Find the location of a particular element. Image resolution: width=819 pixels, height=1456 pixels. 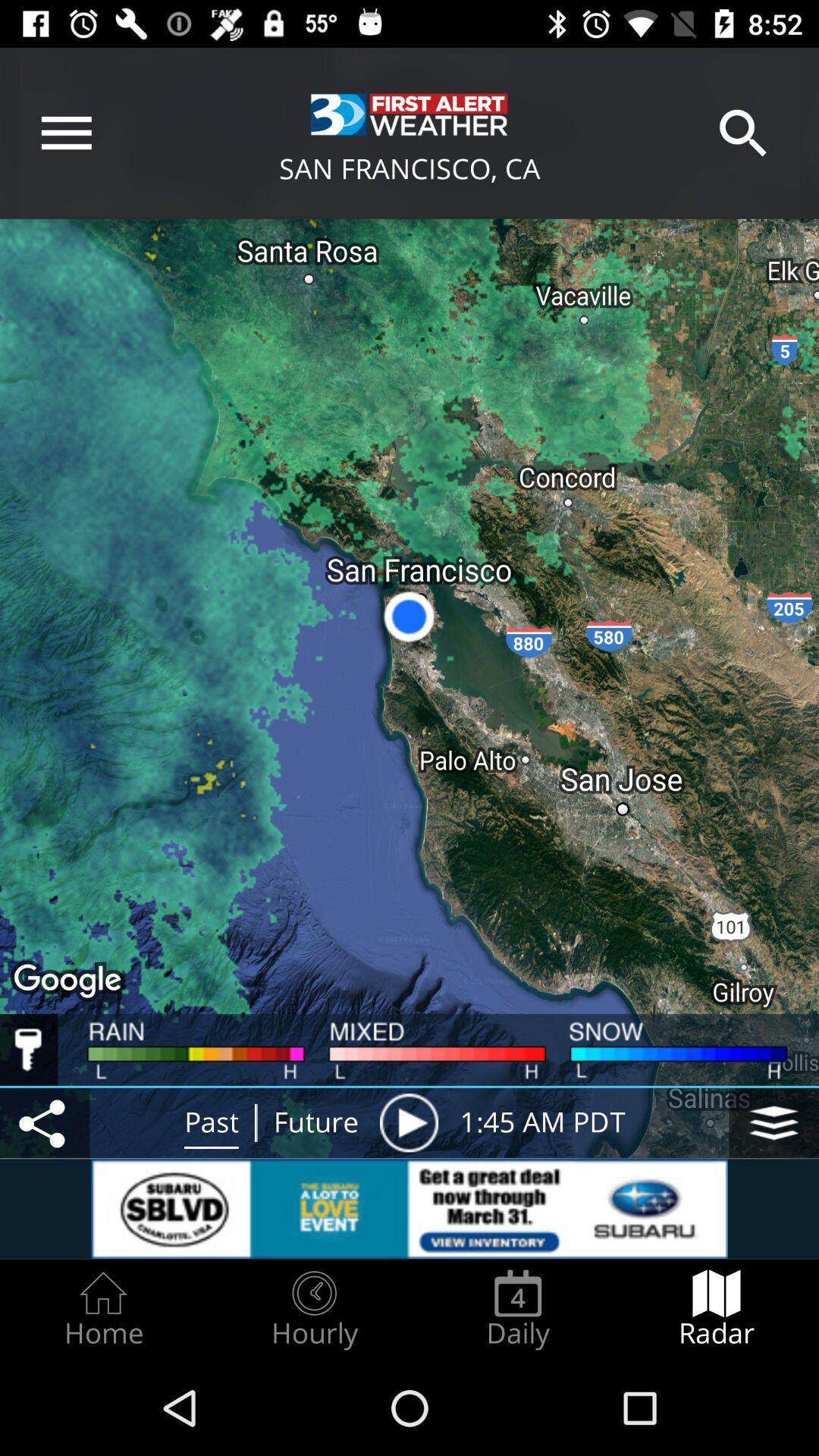

network communication is located at coordinates (44, 1122).